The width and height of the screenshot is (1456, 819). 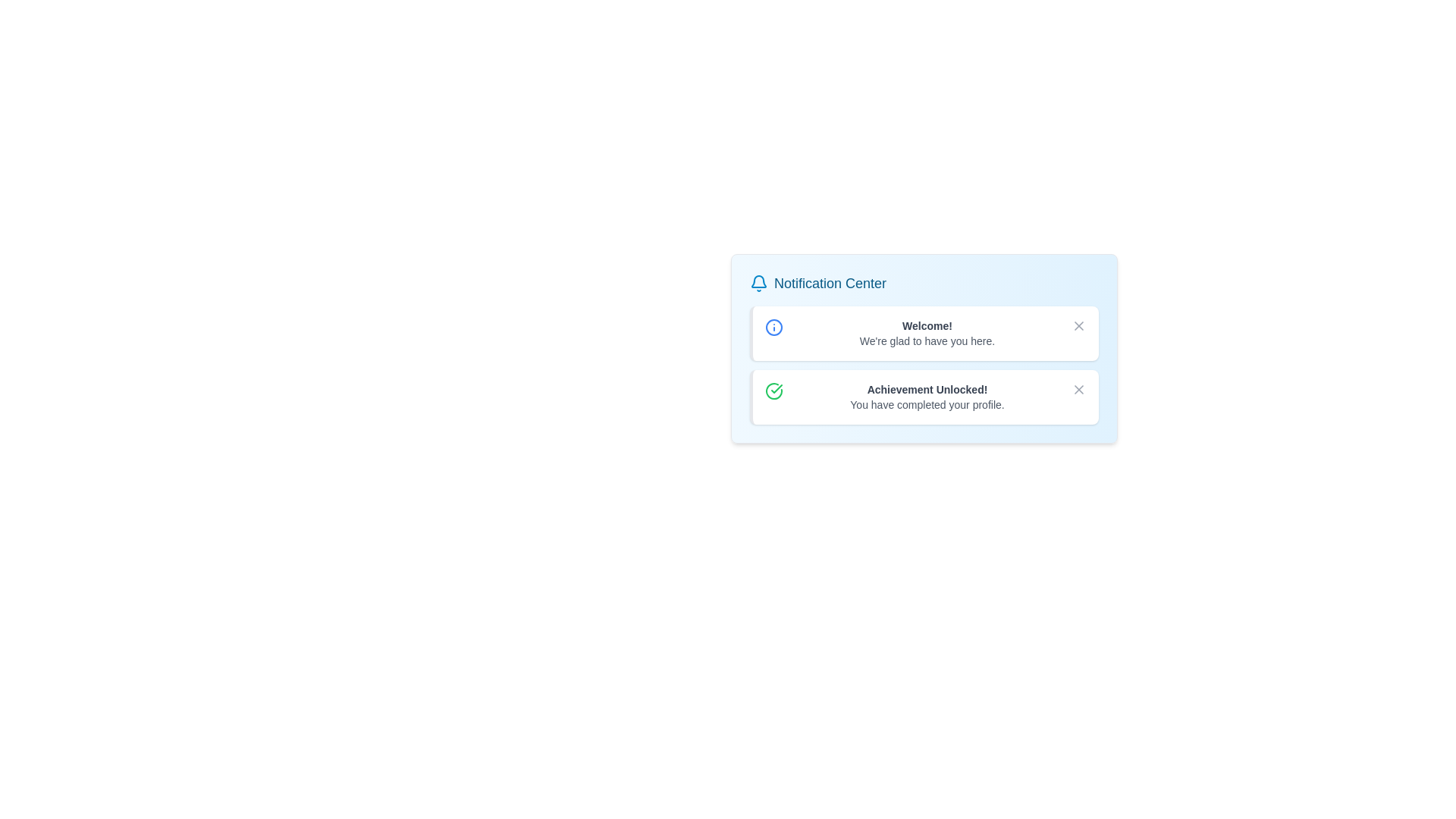 I want to click on the close button icon (X) located at the upper-right corner of the notification box that says 'Welcome! We’re glad to have you here.' to change its color to red, so click(x=1078, y=325).